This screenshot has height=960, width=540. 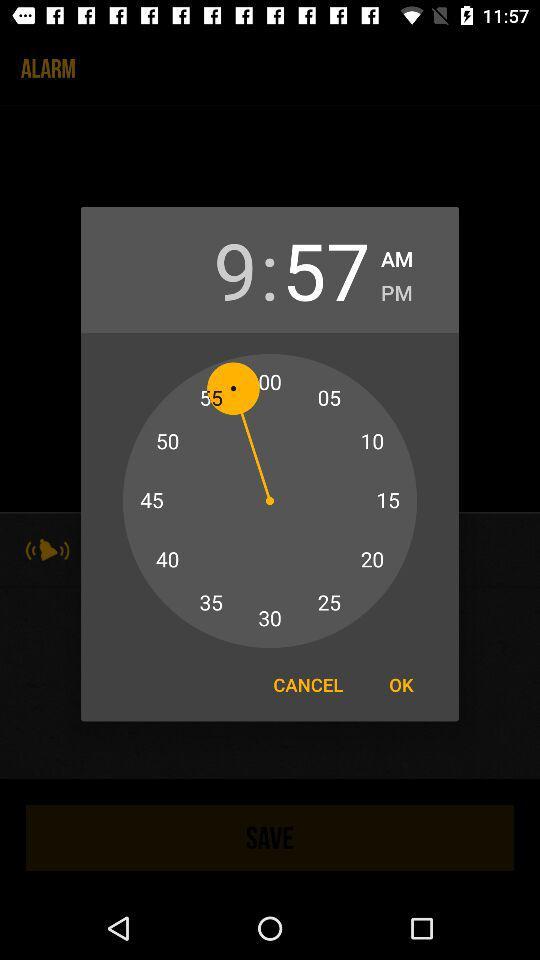 What do you see at coordinates (401, 684) in the screenshot?
I see `icon to the right of the cancel item` at bounding box center [401, 684].